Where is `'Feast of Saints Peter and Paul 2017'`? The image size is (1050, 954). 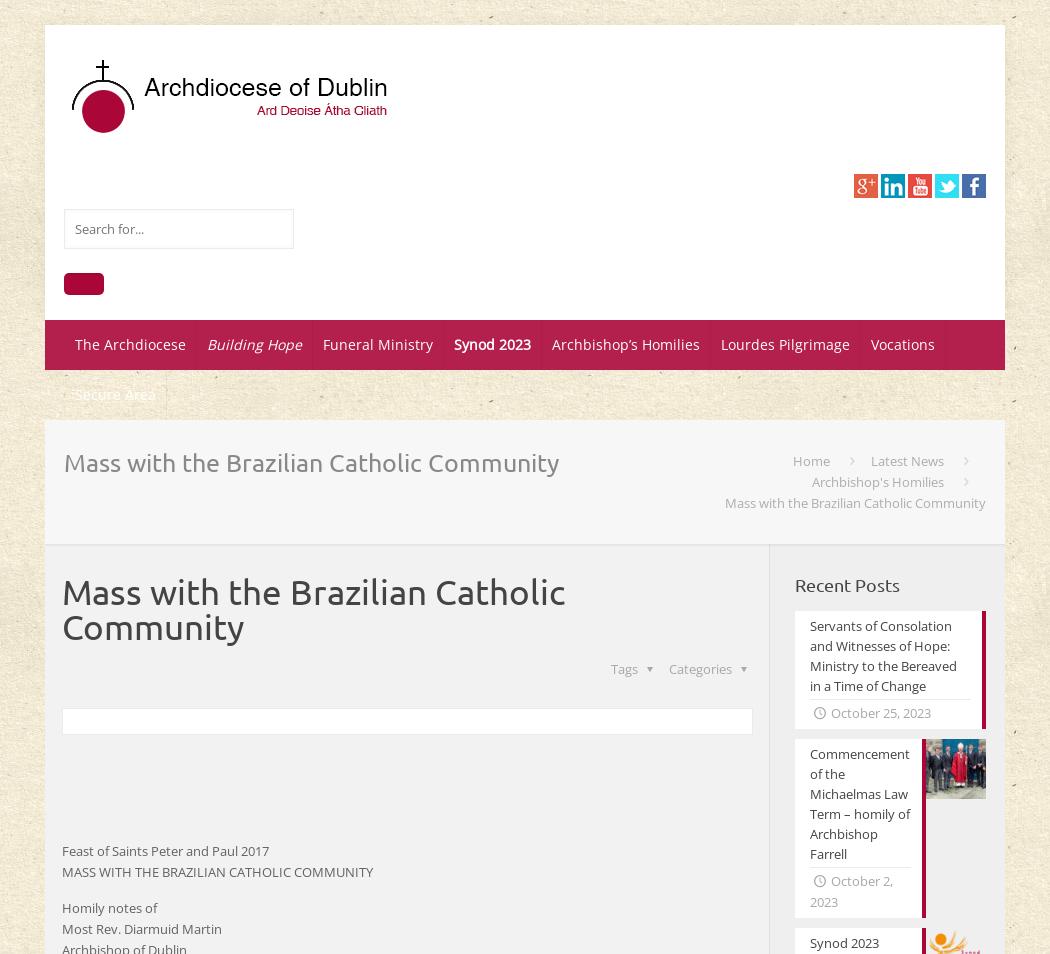 'Feast of Saints Peter and Paul 2017' is located at coordinates (165, 850).